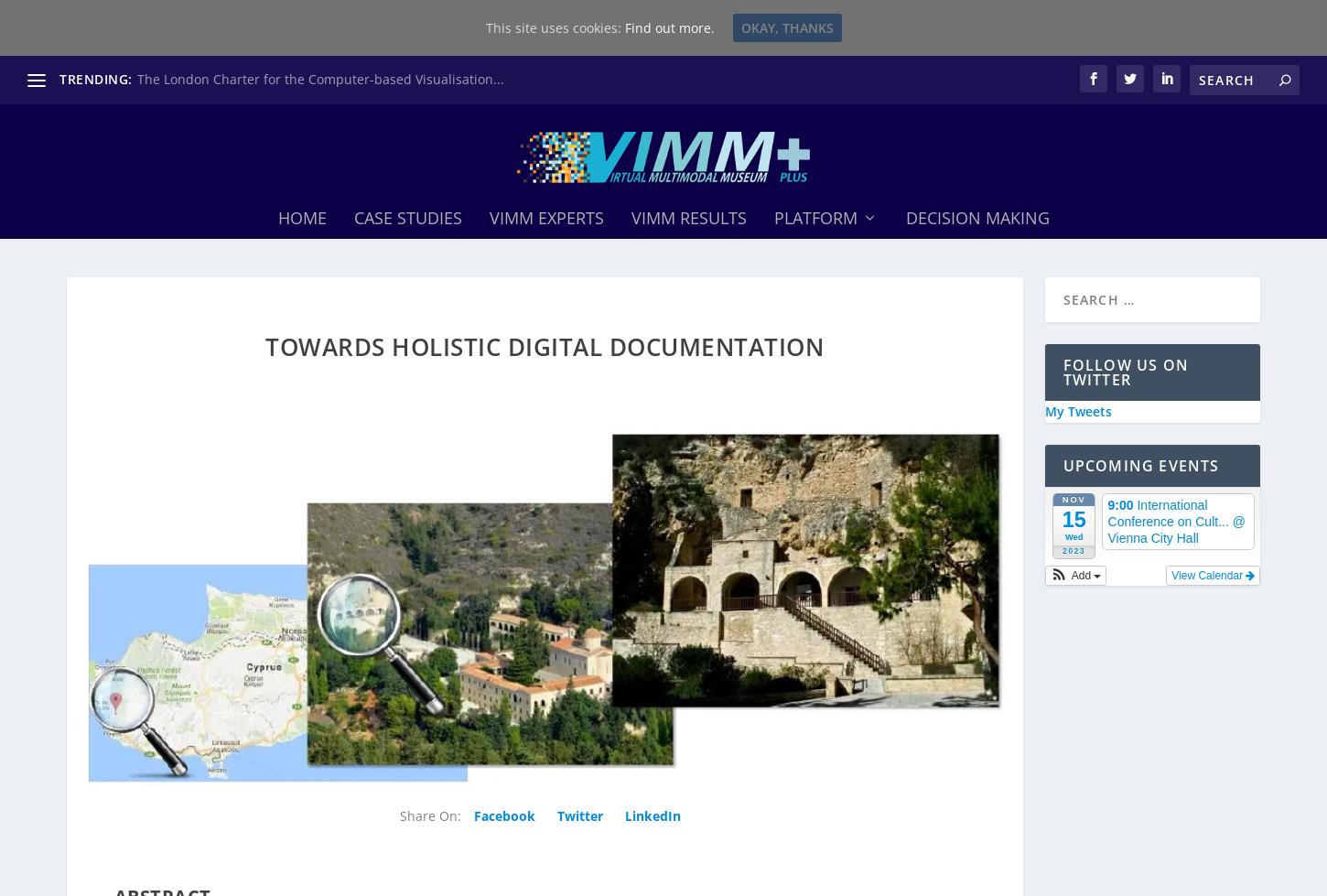  I want to click on 'ViMM Experts', so click(545, 224).